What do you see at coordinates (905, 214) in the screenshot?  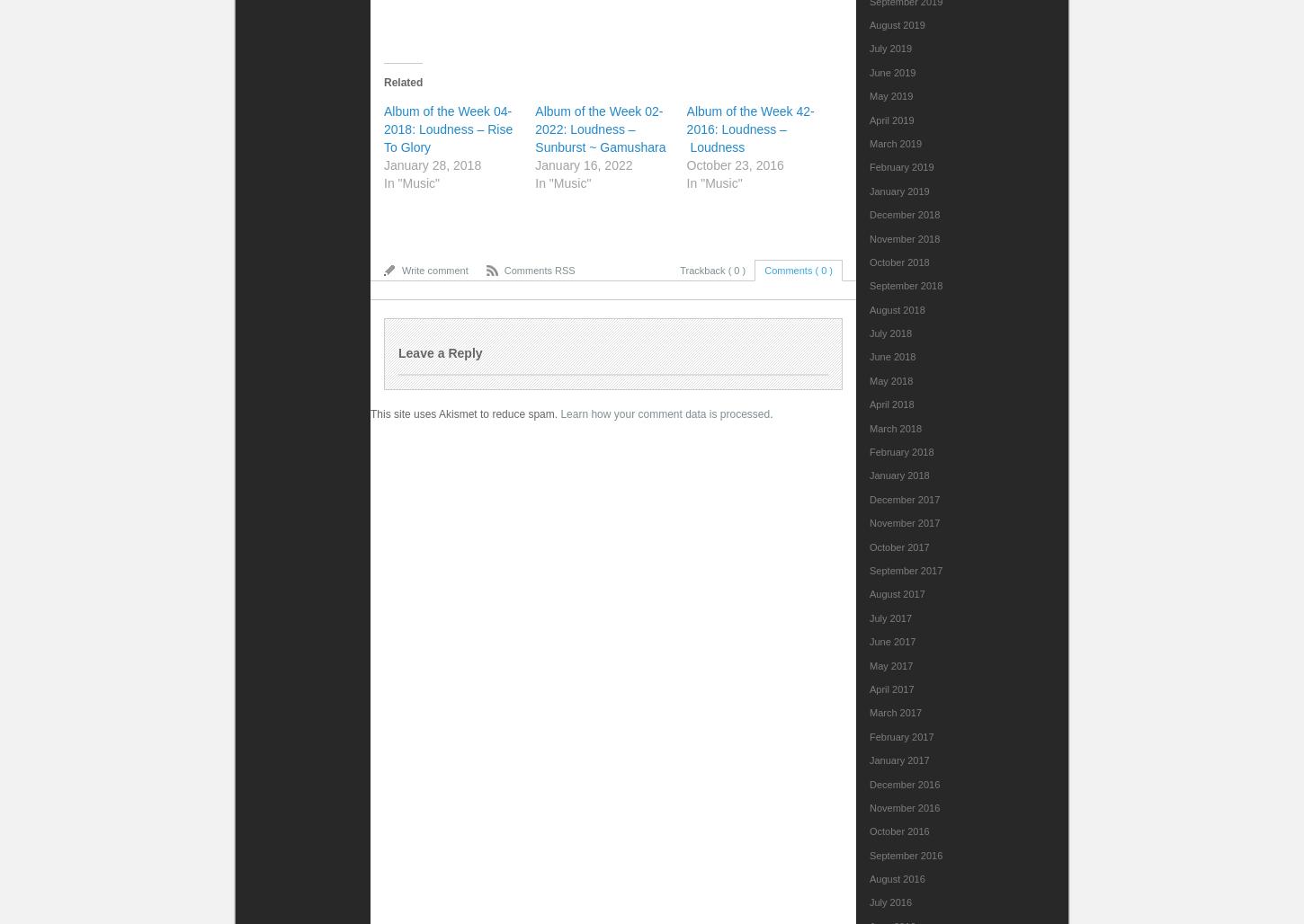 I see `'December 2018'` at bounding box center [905, 214].